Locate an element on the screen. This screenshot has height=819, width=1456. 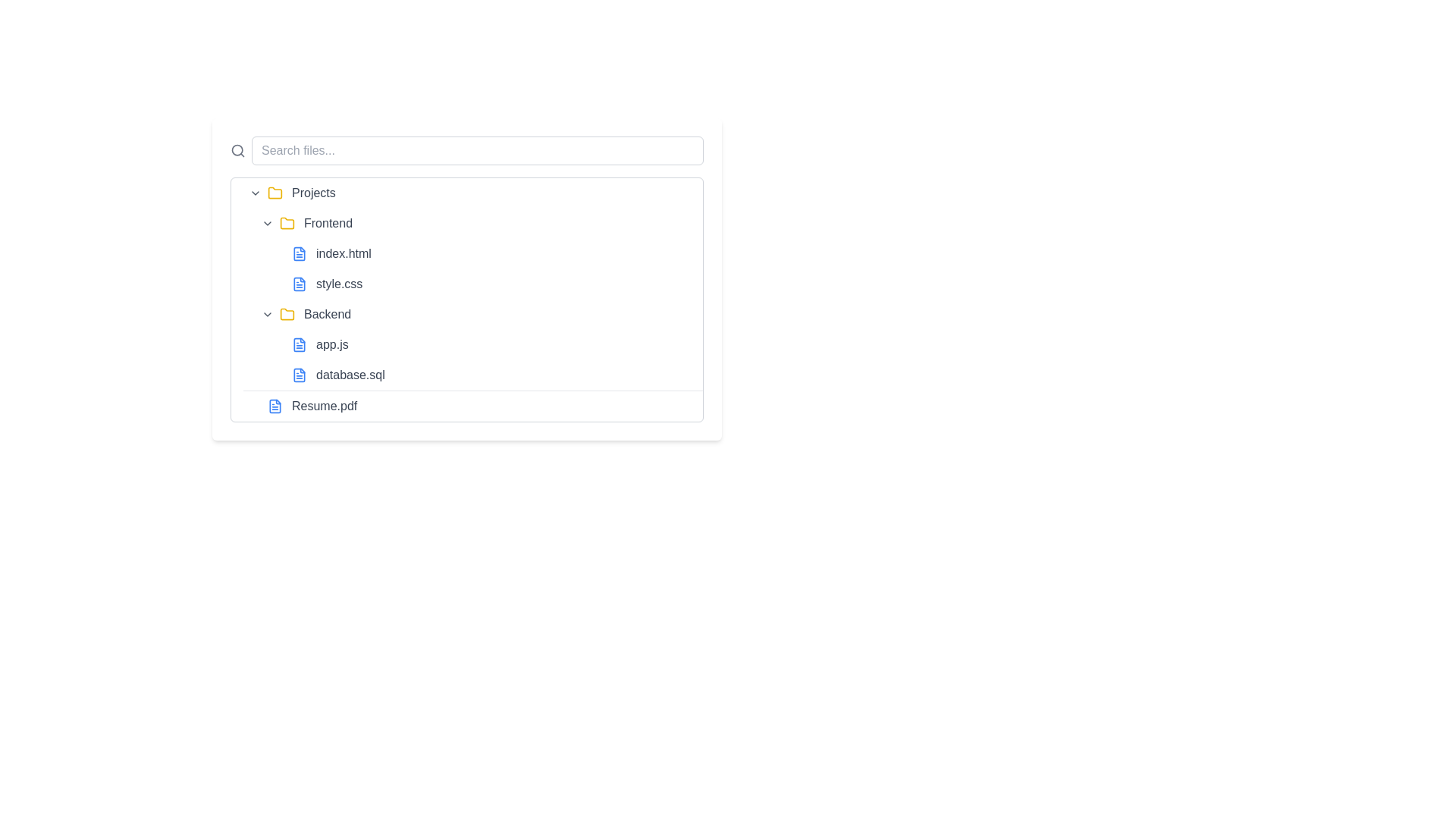
the chevron-down icon next to the 'Projects' menu is located at coordinates (255, 192).